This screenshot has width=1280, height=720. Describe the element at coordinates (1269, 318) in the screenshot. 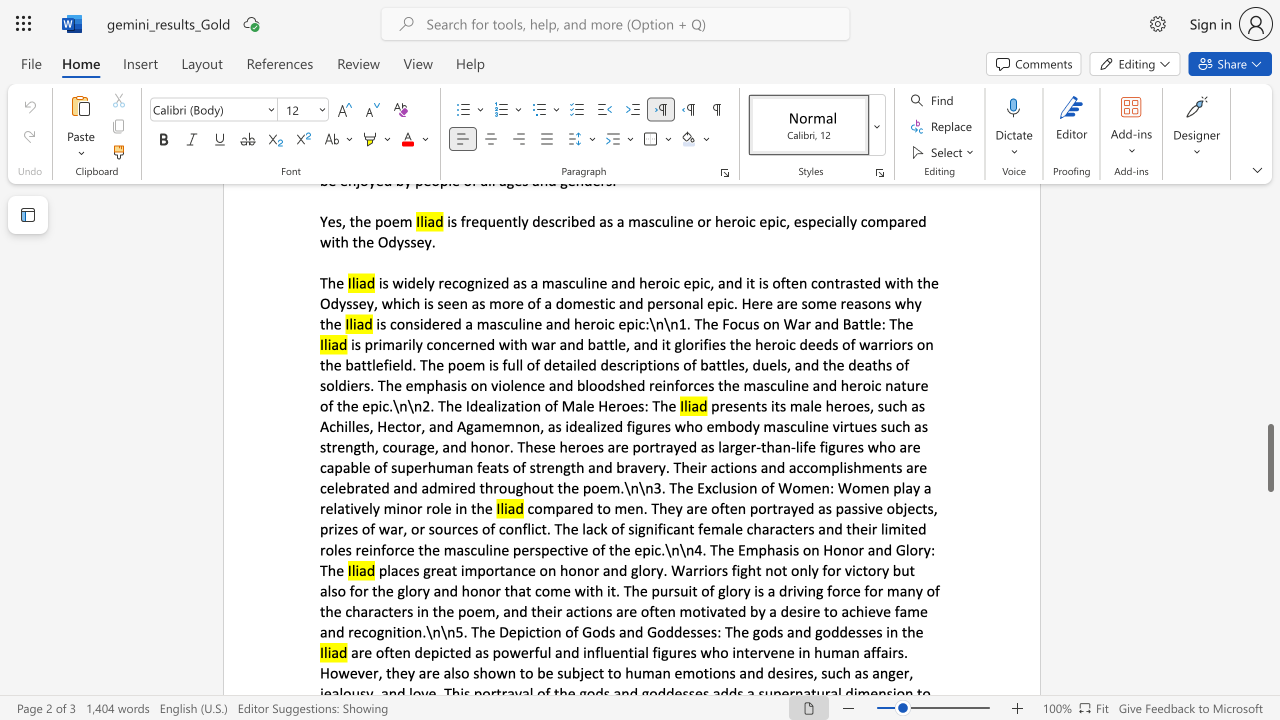

I see `the vertical scrollbar to raise the page content` at that location.